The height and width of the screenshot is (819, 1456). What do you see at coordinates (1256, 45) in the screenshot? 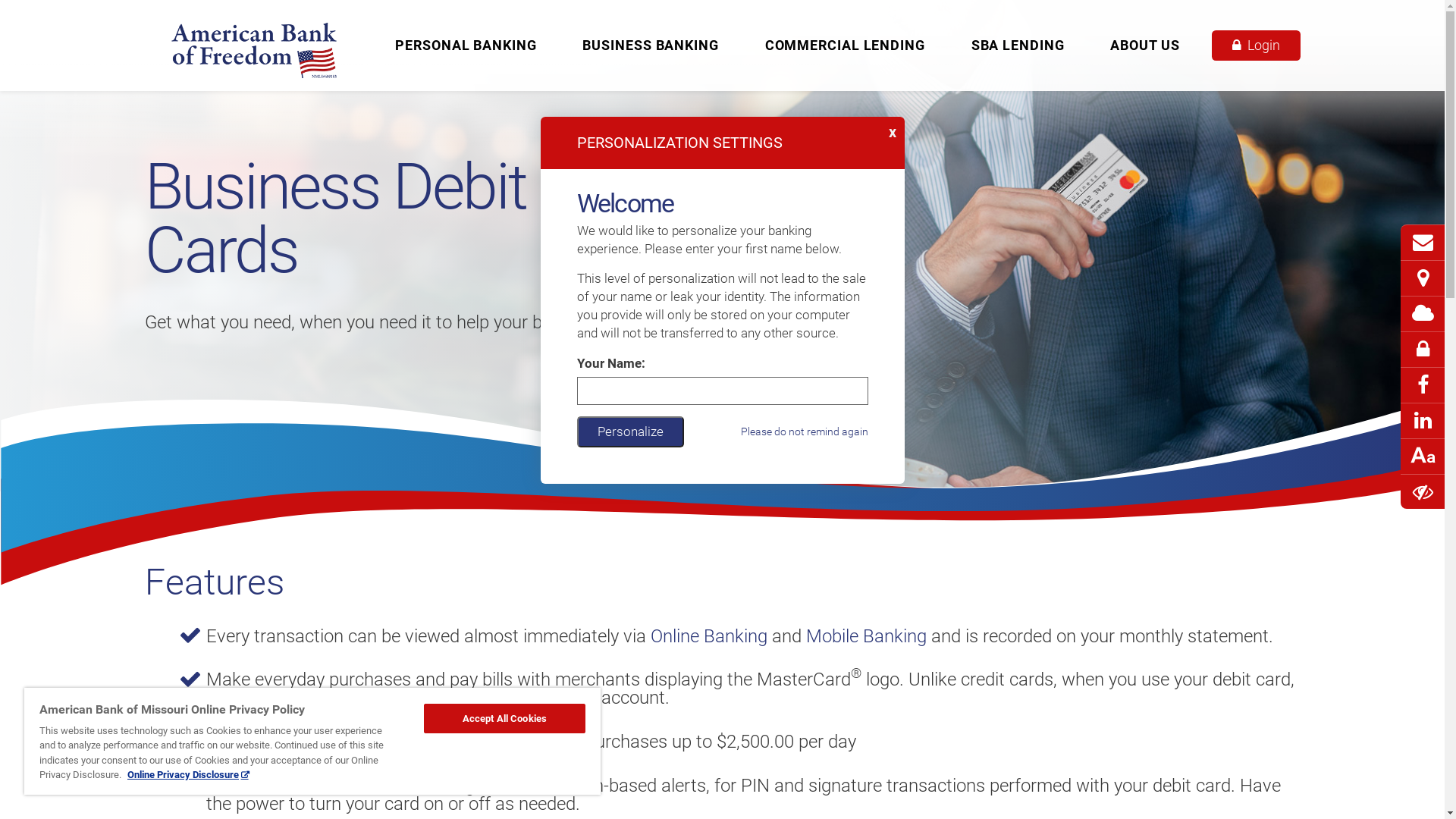
I see `'Login'` at bounding box center [1256, 45].